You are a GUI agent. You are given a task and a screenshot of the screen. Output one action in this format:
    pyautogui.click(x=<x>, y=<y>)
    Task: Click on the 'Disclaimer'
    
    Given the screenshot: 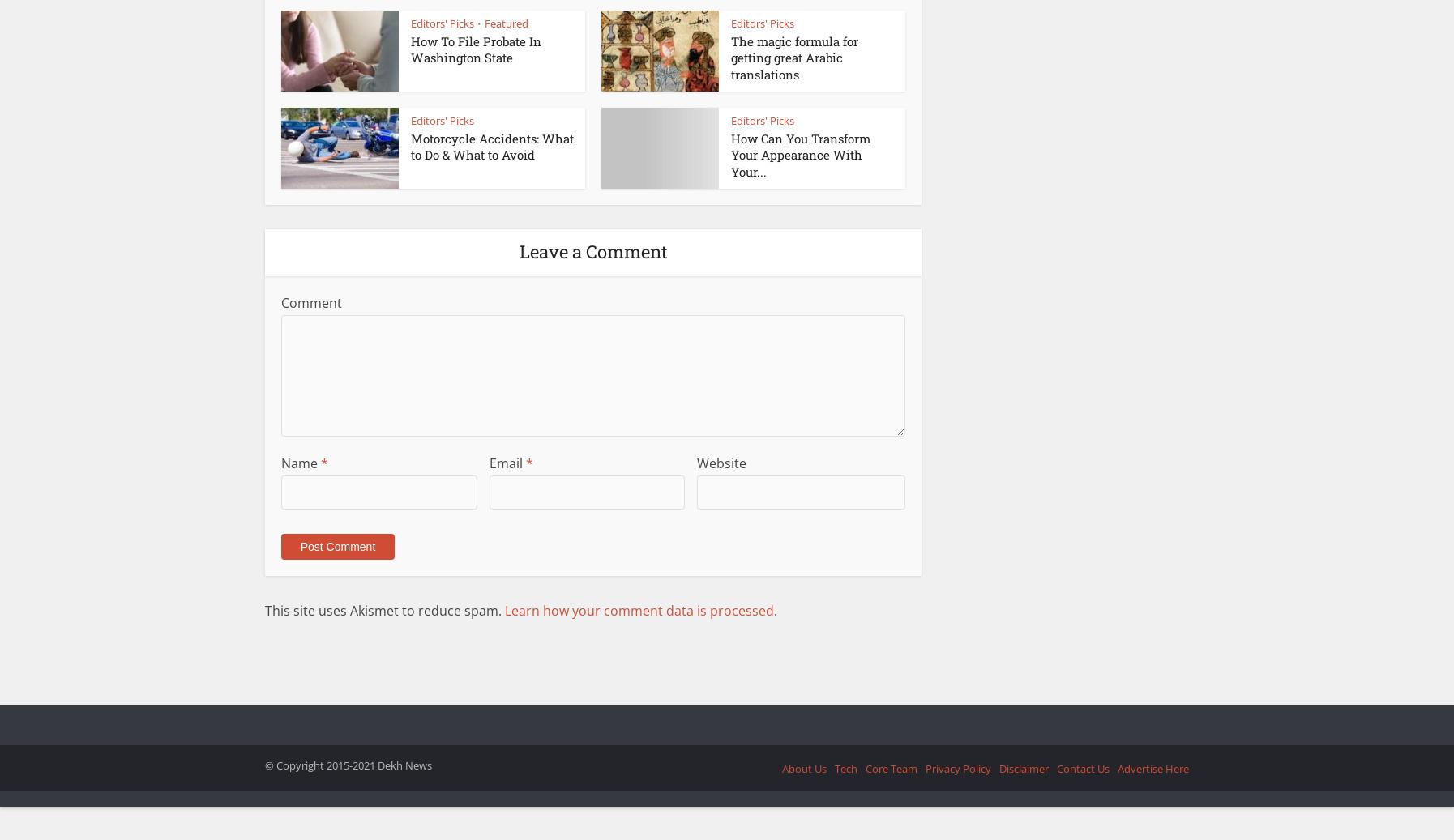 What is the action you would take?
    pyautogui.click(x=1023, y=768)
    